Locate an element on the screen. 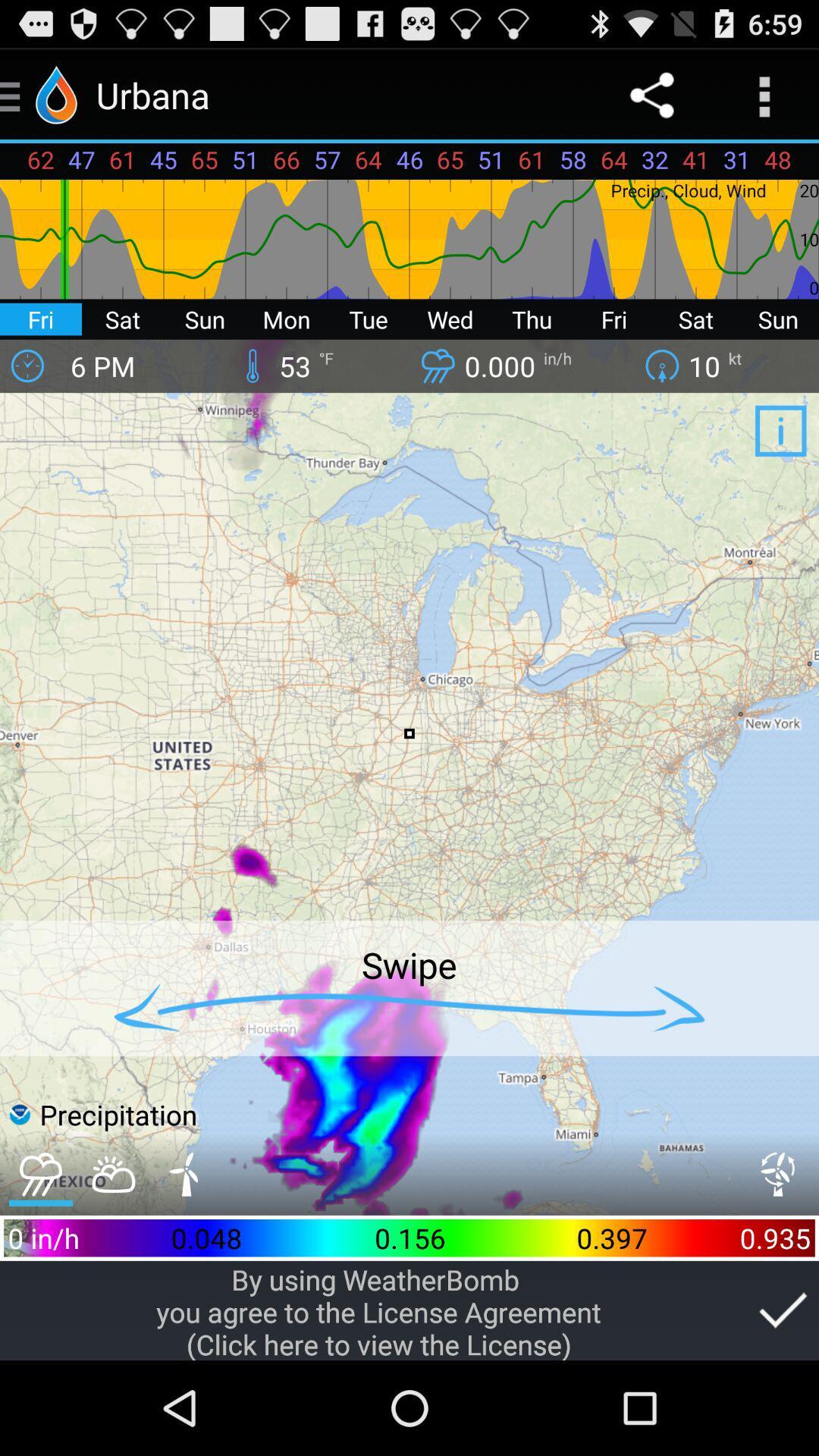  app below kt icon is located at coordinates (780, 430).